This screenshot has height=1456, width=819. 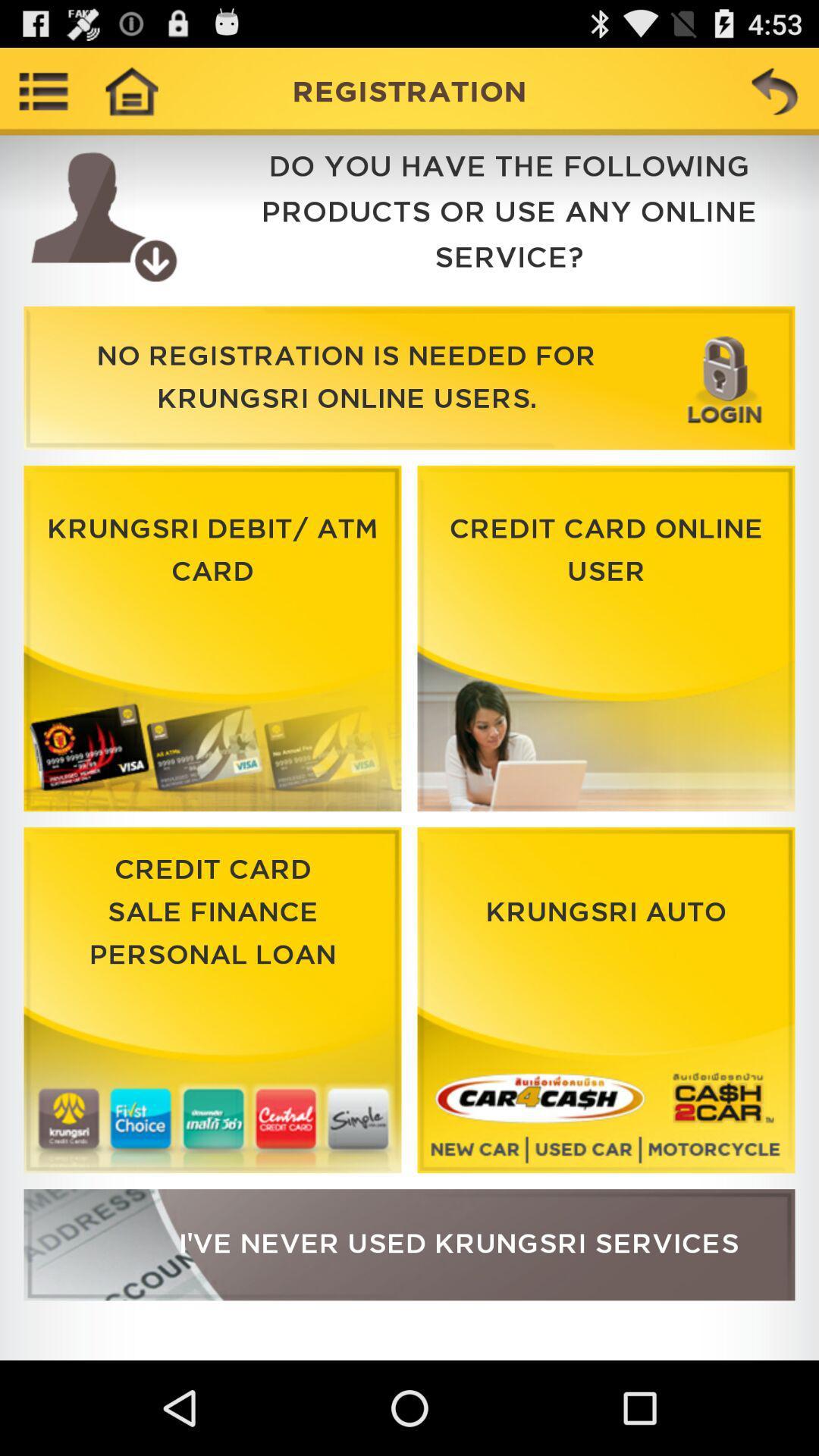 What do you see at coordinates (212, 639) in the screenshot?
I see `atm card/ debit card` at bounding box center [212, 639].